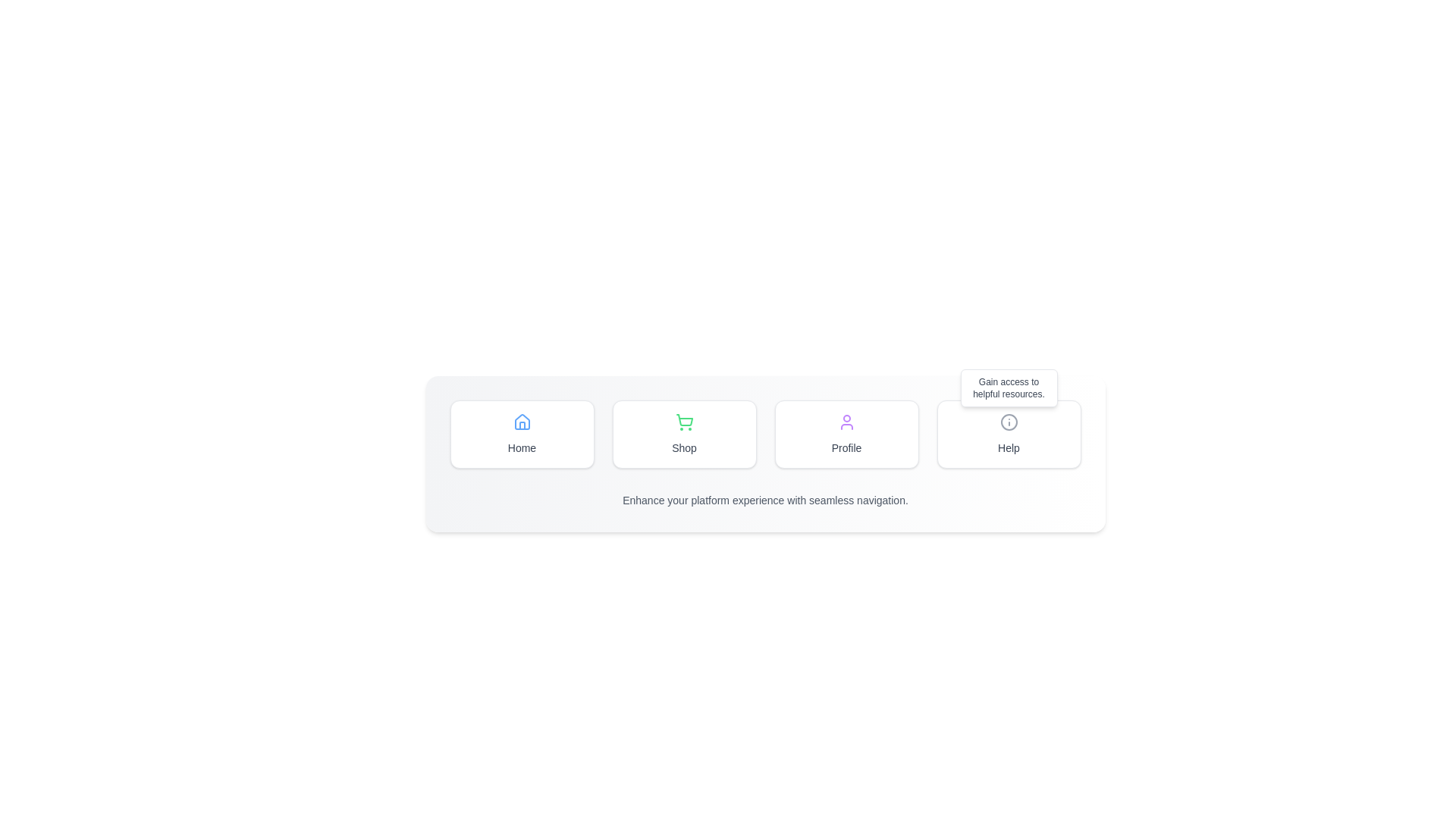 The width and height of the screenshot is (1456, 819). Describe the element at coordinates (683, 447) in the screenshot. I see `the text label displaying 'Shop' in lowercase gray font, located directly beneath the green shopping cart icon in the second group of four horizontally aligned groups` at that location.